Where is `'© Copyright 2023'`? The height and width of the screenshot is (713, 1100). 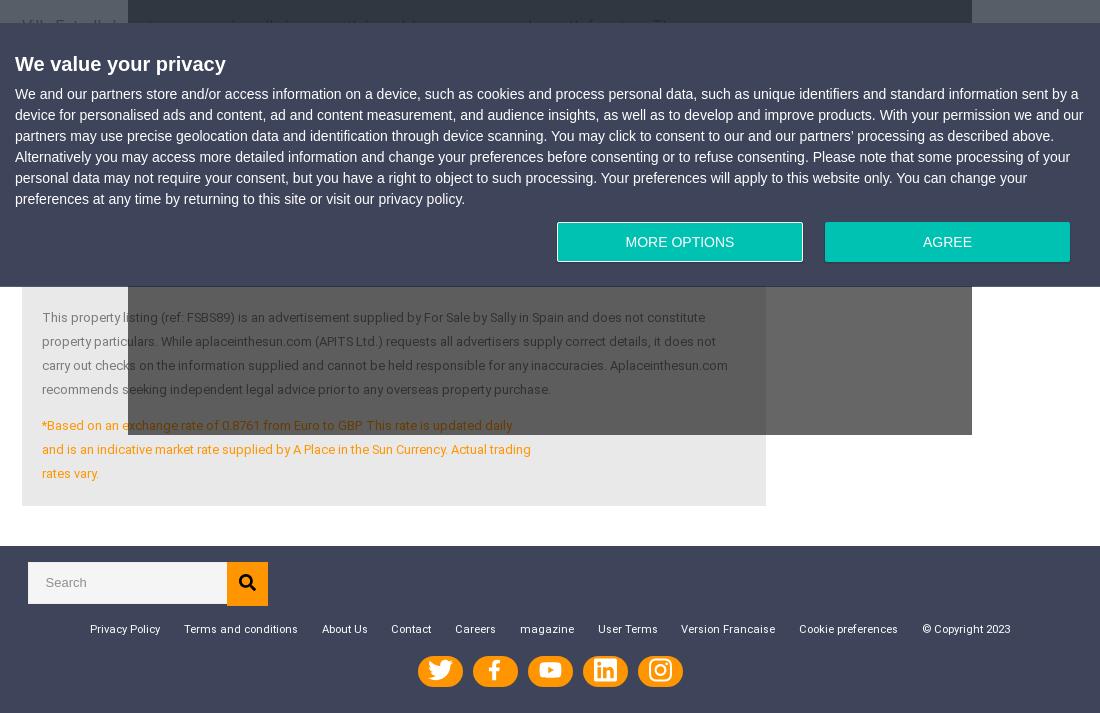
'© Copyright 2023' is located at coordinates (965, 628).